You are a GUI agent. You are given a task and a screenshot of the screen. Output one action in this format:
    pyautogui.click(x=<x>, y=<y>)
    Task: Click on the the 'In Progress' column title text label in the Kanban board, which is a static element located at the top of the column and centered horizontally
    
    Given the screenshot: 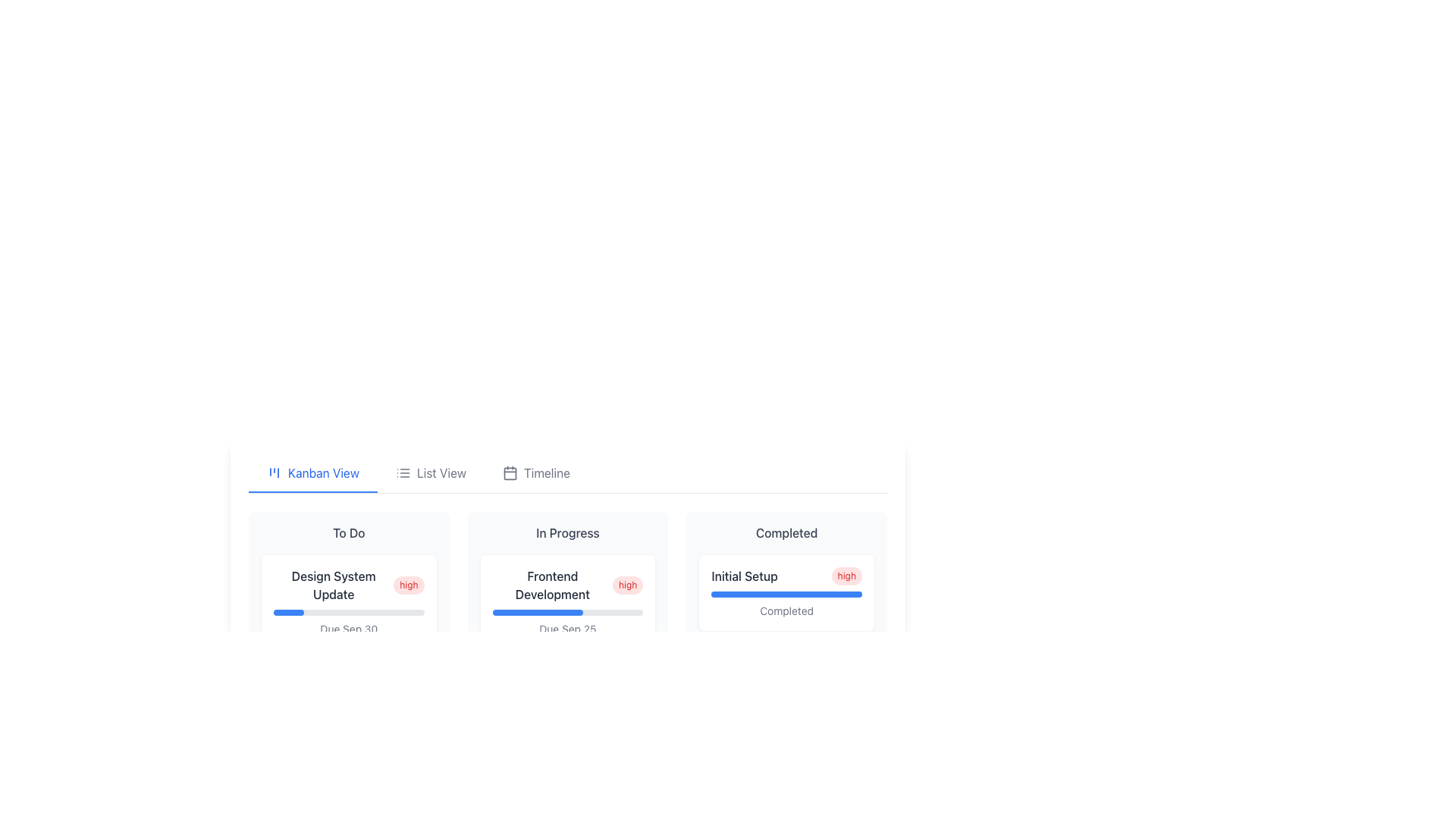 What is the action you would take?
    pyautogui.click(x=566, y=532)
    